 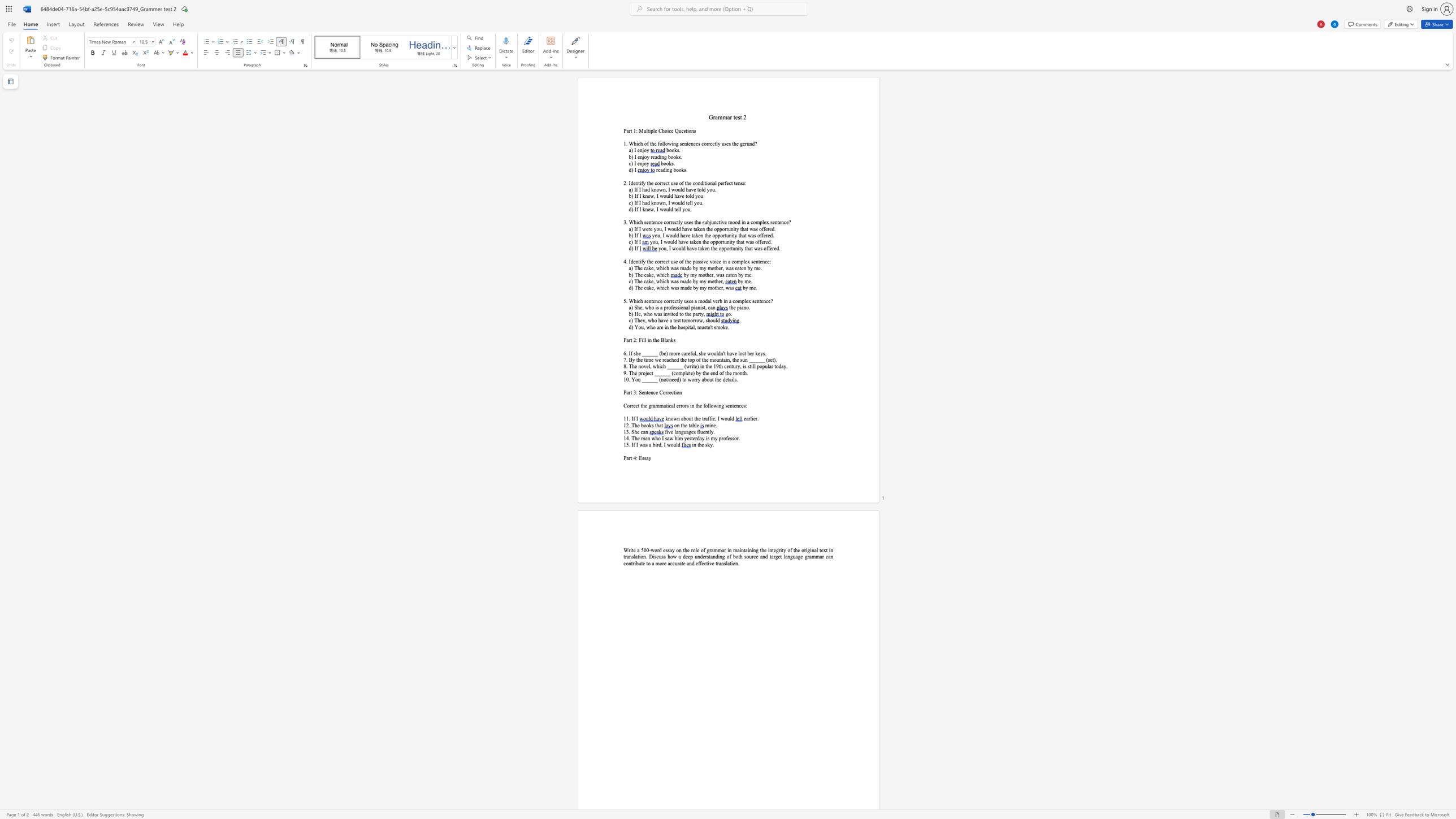 What do you see at coordinates (662, 281) in the screenshot?
I see `the space between the continuous character "h" and "i" in the text` at bounding box center [662, 281].